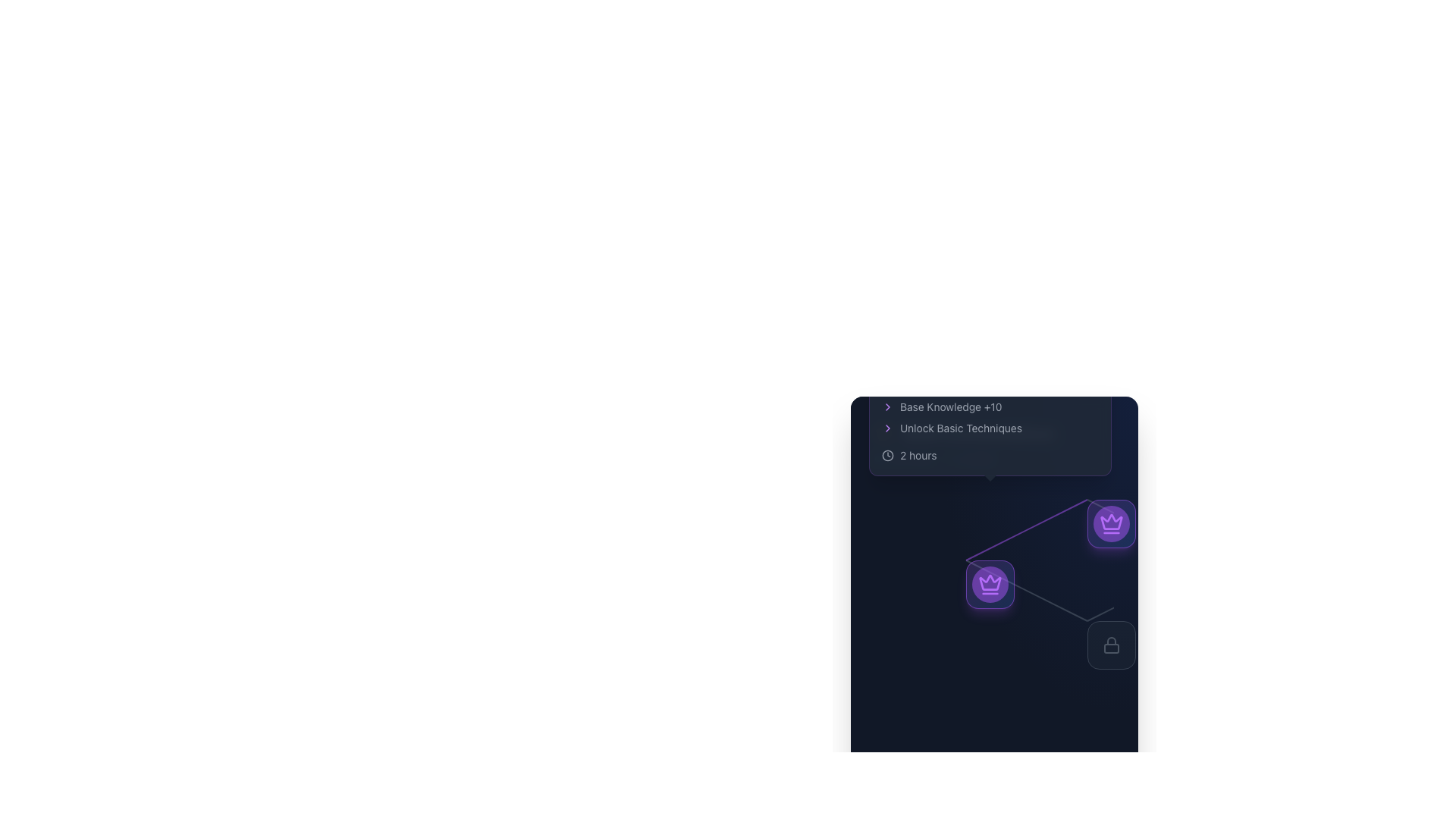 The height and width of the screenshot is (819, 1456). What do you see at coordinates (888, 428) in the screenshot?
I see `the chevron icon located to the left of the 'Unlock Basic Techniques' label, which indicates the potential for expansion or navigation` at bounding box center [888, 428].